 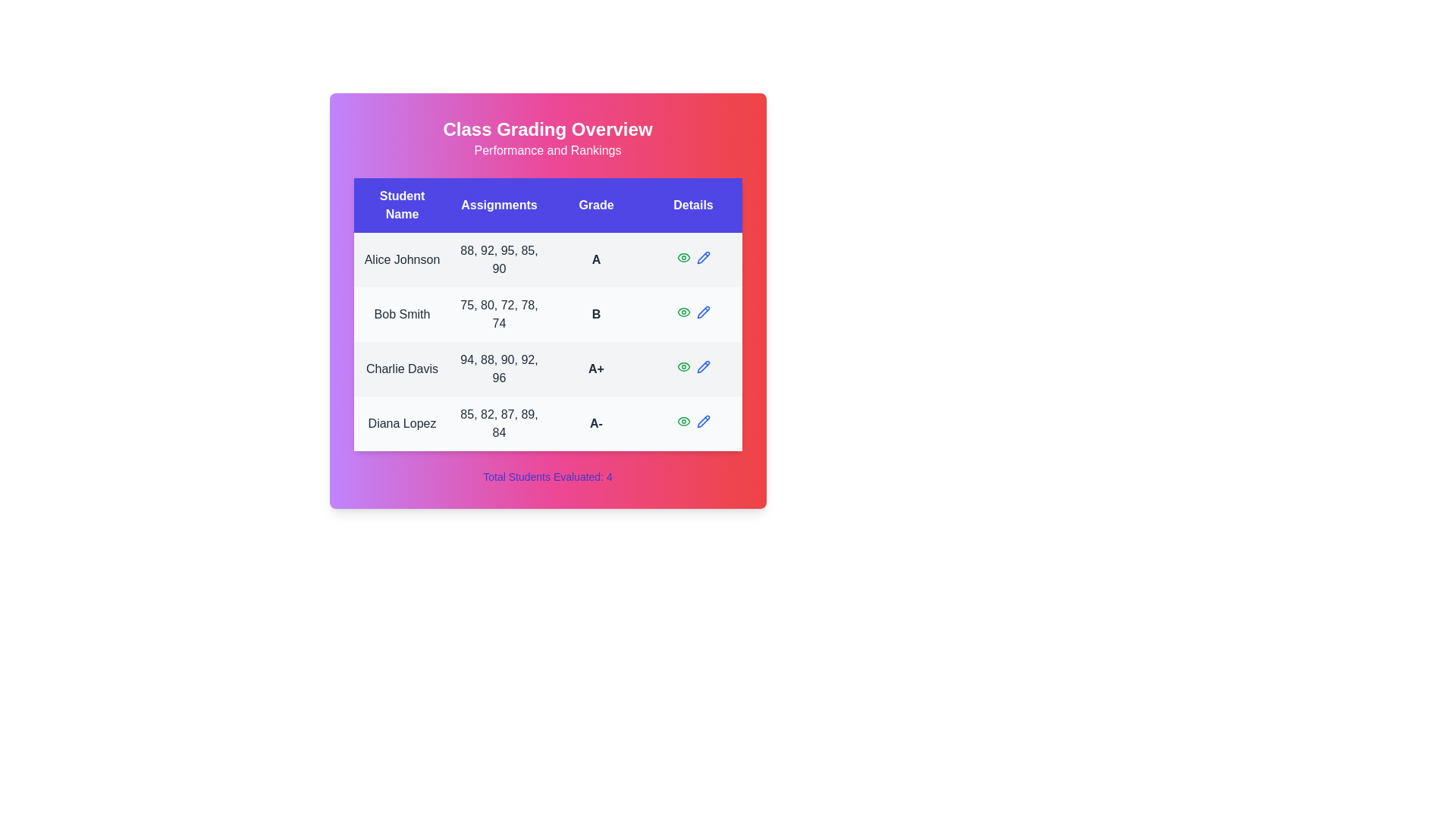 I want to click on the row corresponding to Diana Lopez, so click(x=547, y=424).